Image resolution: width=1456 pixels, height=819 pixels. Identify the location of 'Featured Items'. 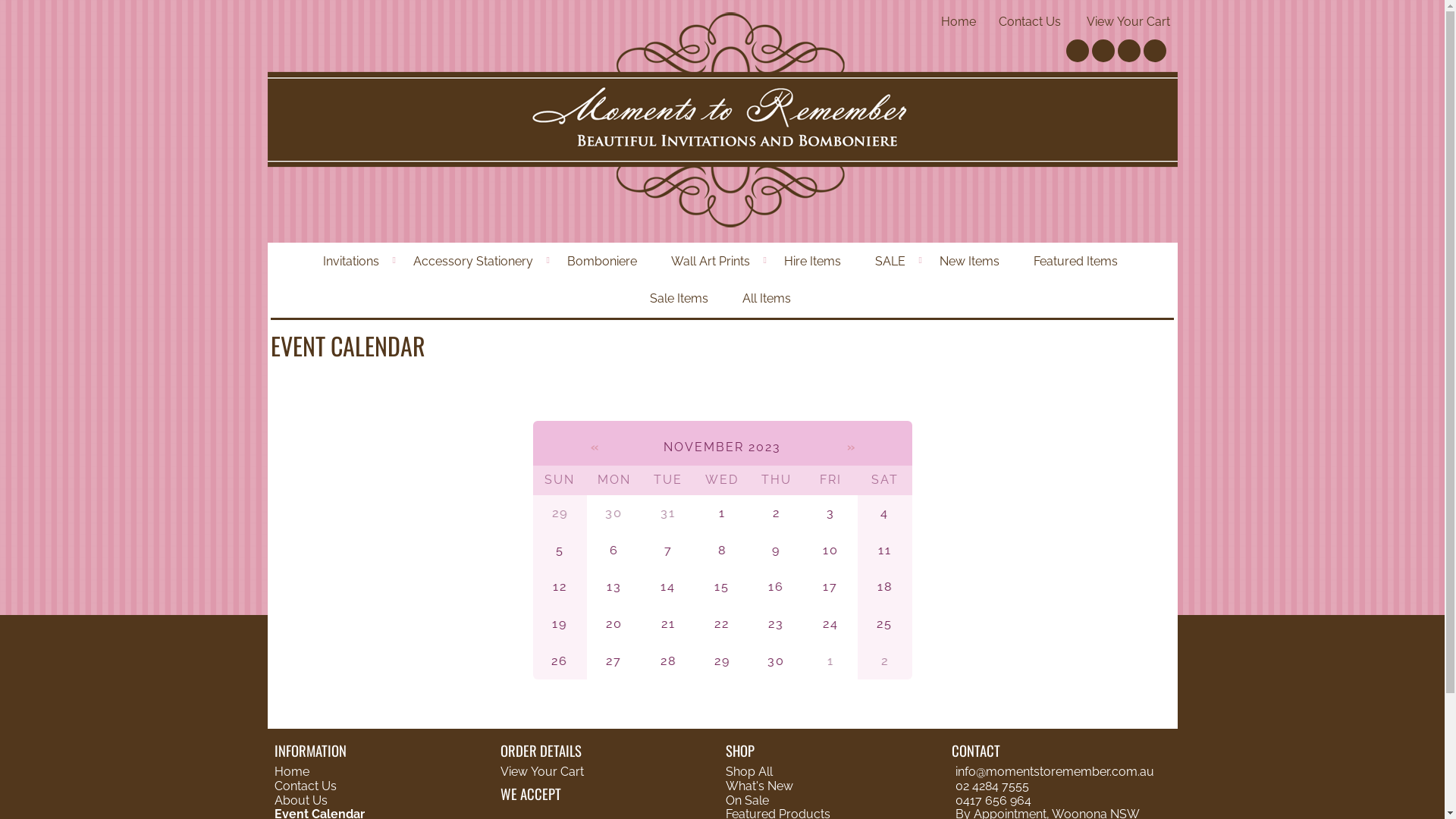
(1018, 261).